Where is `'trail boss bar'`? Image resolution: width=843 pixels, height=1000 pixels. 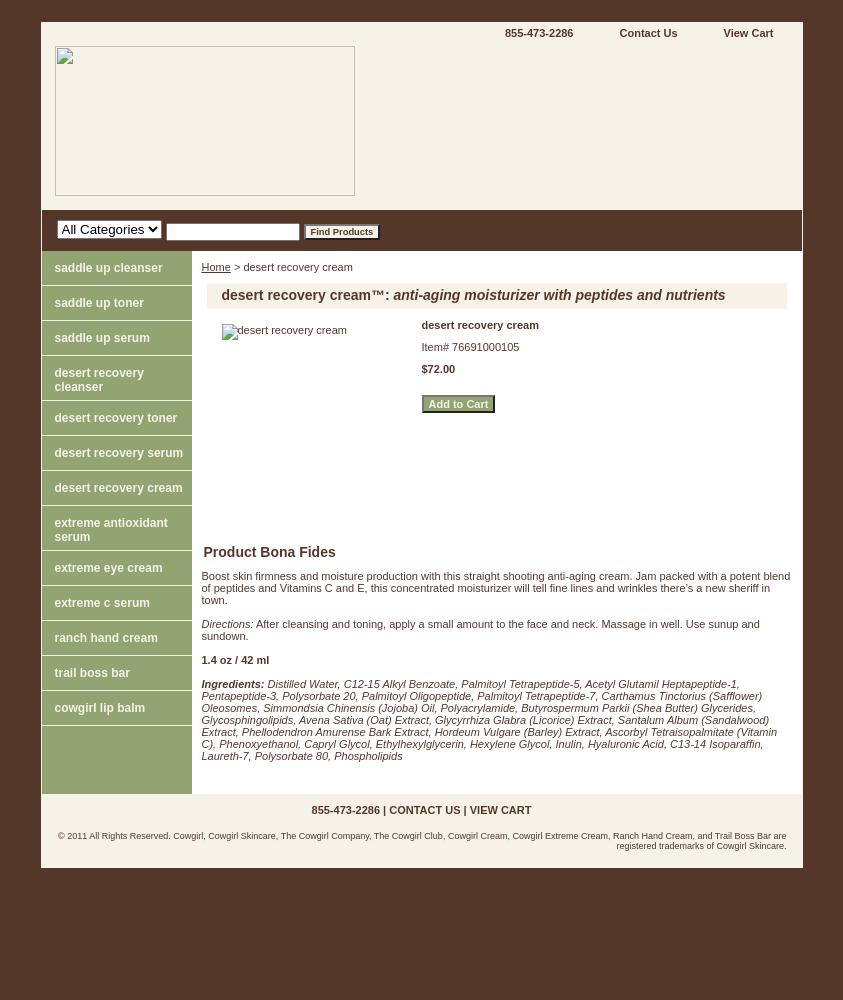 'trail boss bar' is located at coordinates (90, 672).